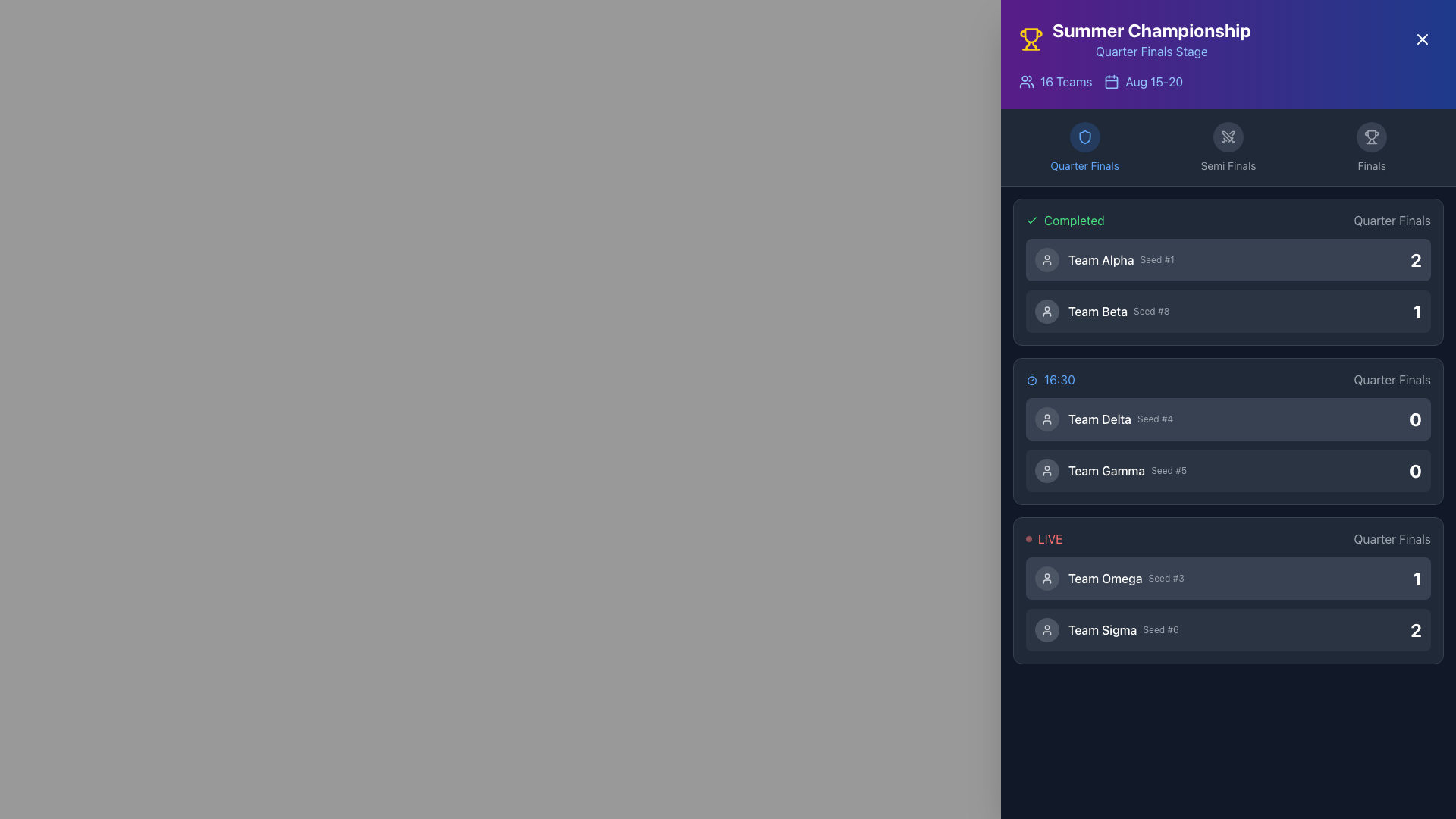  I want to click on text displayed on the label representing team 'Gamma' assigned as 'Seed #5' in the Quarter Finals bracket, located on the right-side pane beneath 'Team Delta Seed #4' and above 'LIVE', so click(1111, 470).